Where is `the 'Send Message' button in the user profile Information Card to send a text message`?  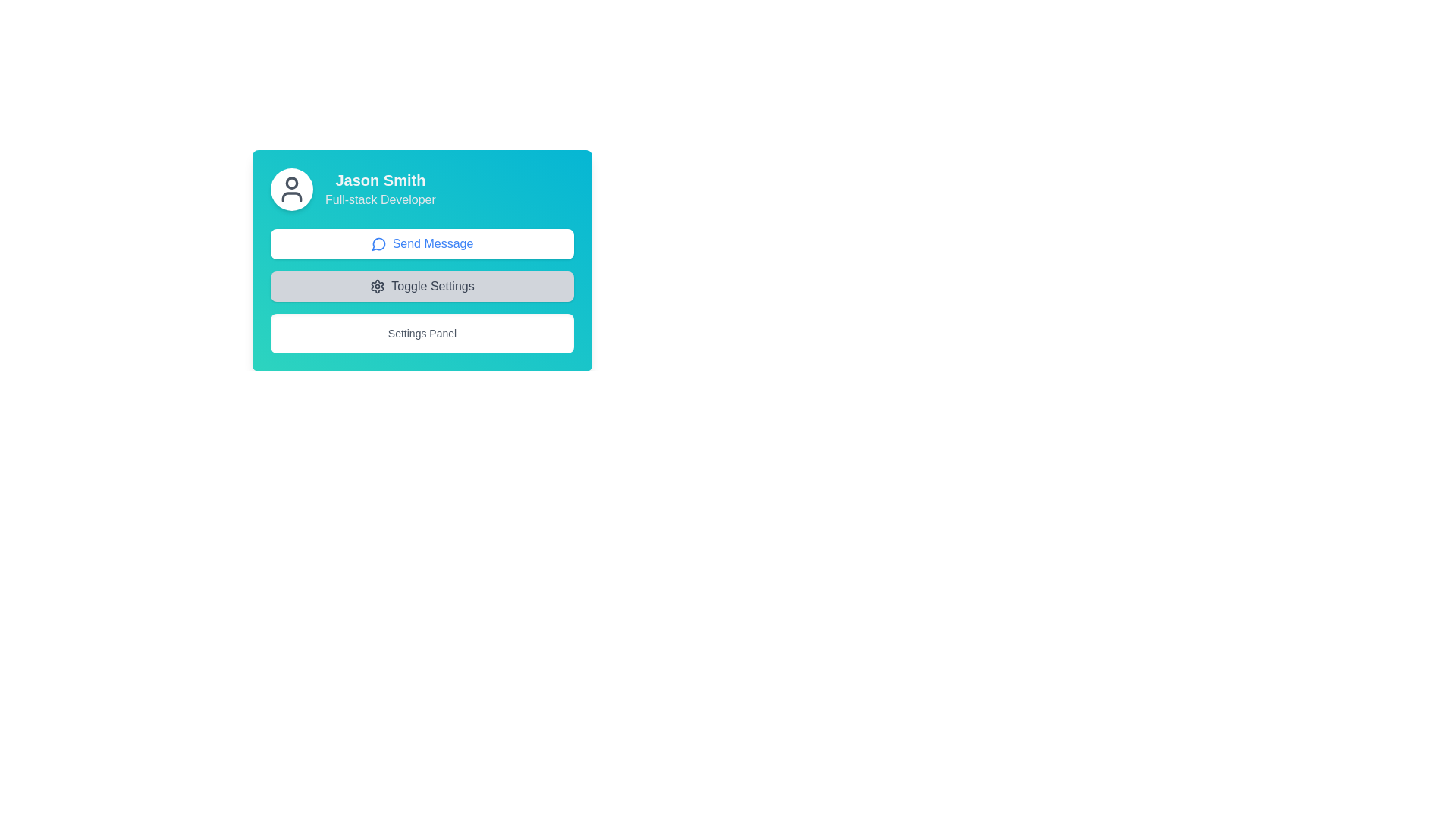 the 'Send Message' button in the user profile Information Card to send a text message is located at coordinates (422, 259).